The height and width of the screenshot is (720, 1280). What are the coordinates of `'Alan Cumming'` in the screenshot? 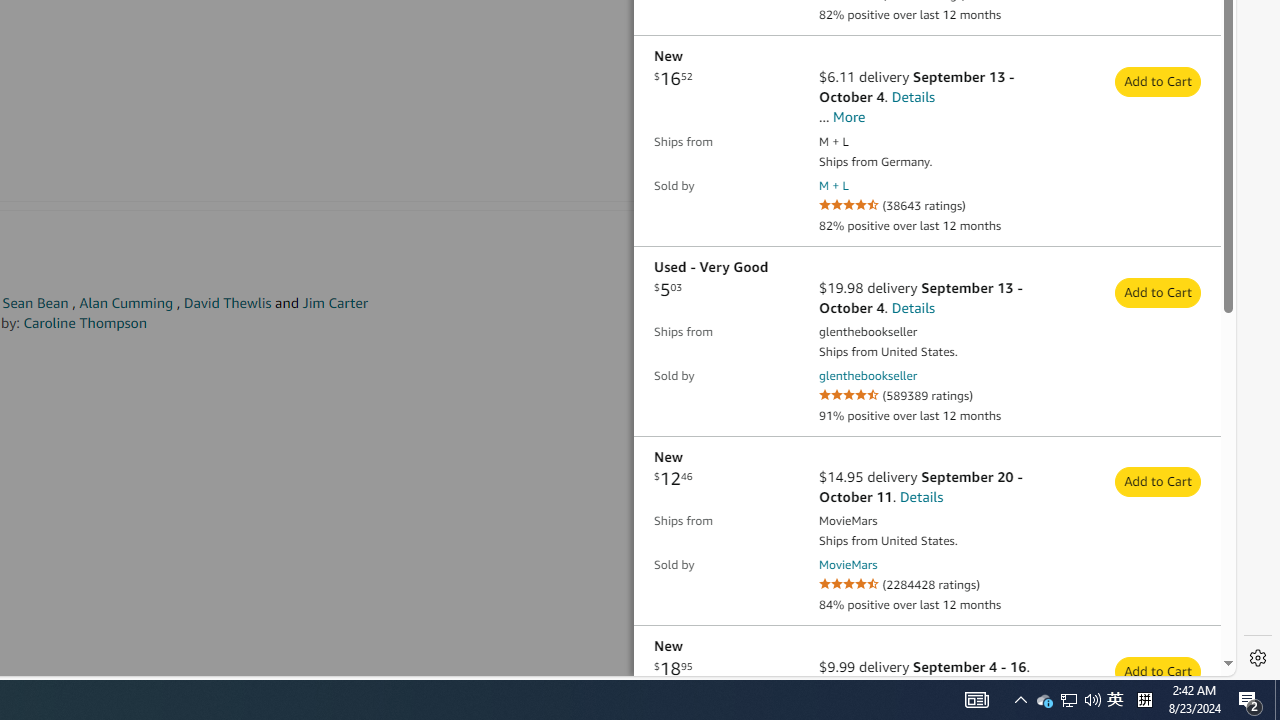 It's located at (125, 303).